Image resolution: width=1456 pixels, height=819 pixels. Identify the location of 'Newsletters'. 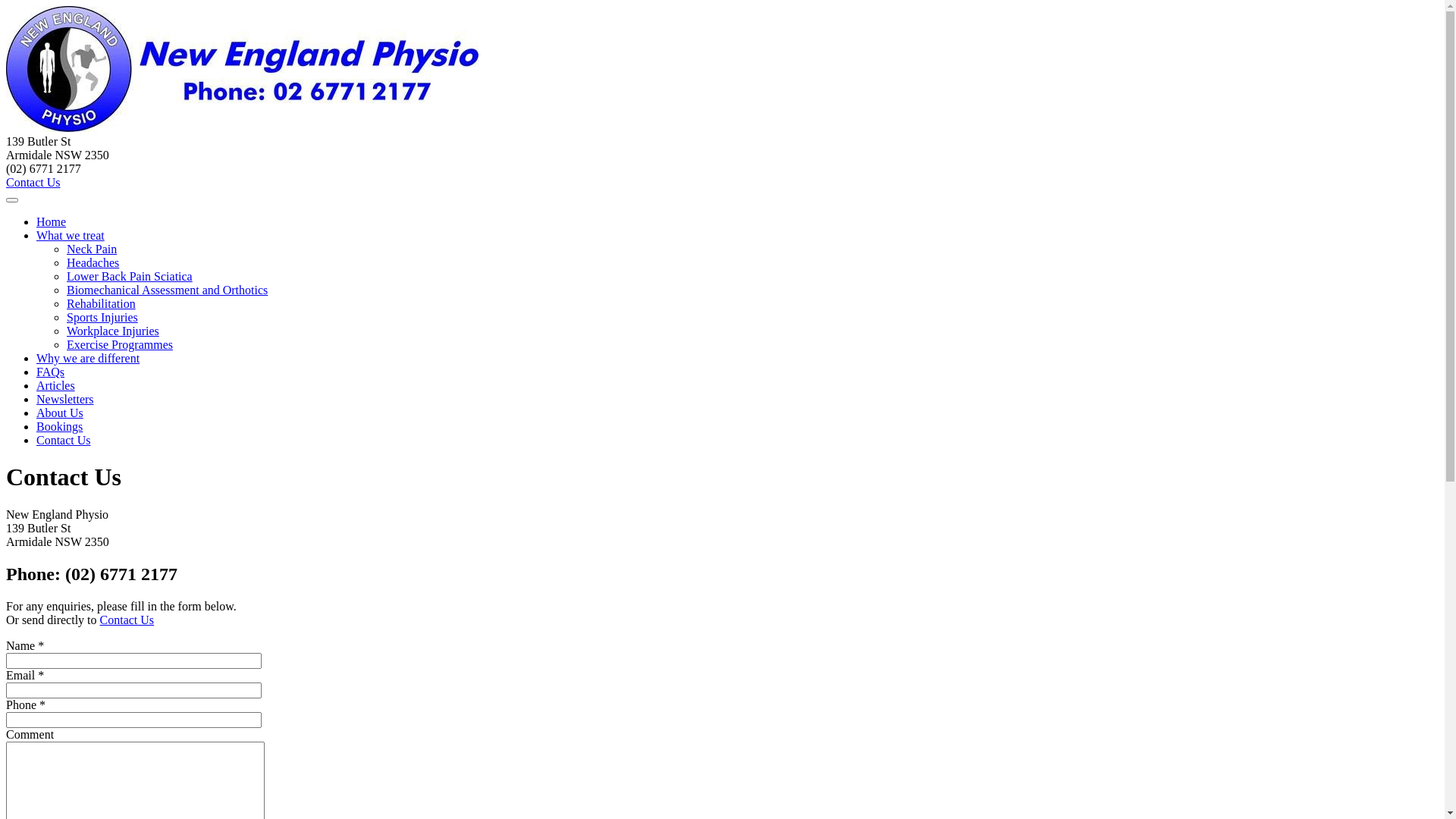
(64, 398).